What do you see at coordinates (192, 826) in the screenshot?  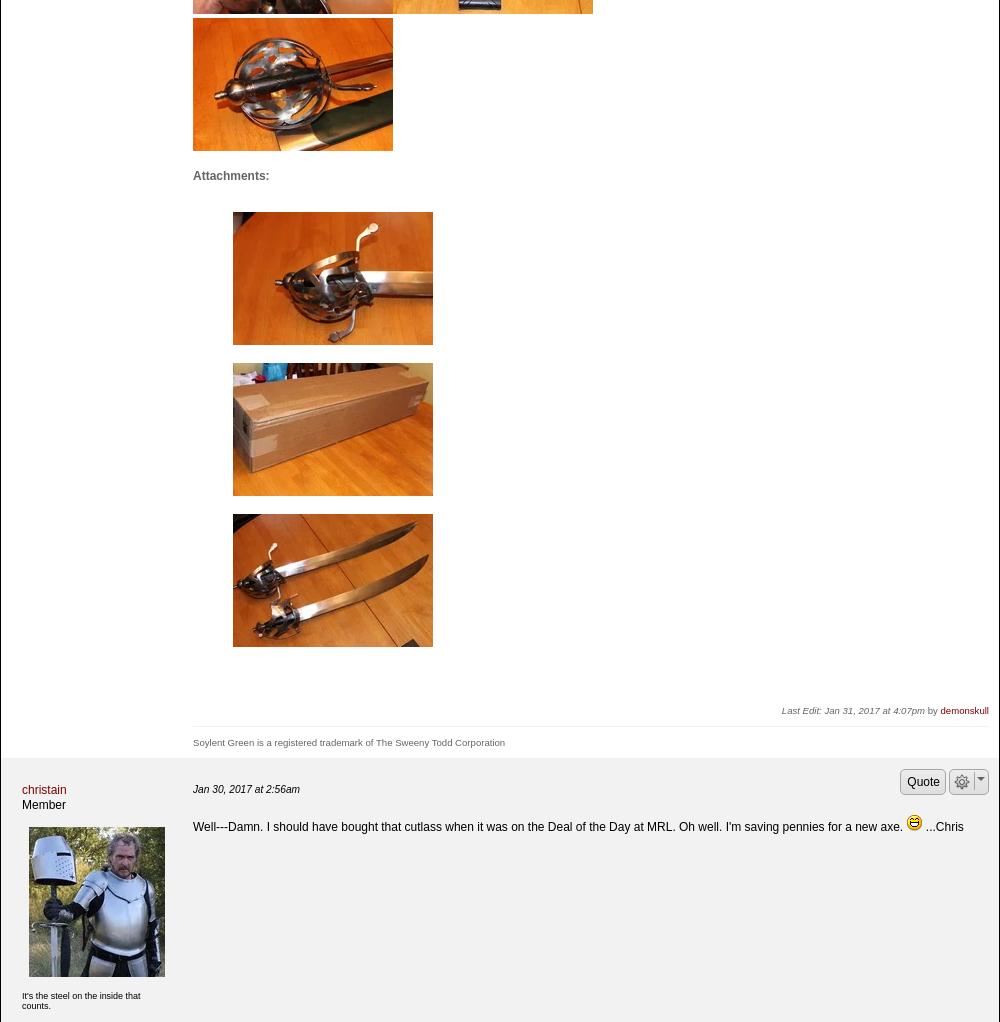 I see `'Well---Damn. I should have bought that cutlass when it was on the Deal of the Day at MRL. Oh well. I'm saving pennies for a new axe.'` at bounding box center [192, 826].